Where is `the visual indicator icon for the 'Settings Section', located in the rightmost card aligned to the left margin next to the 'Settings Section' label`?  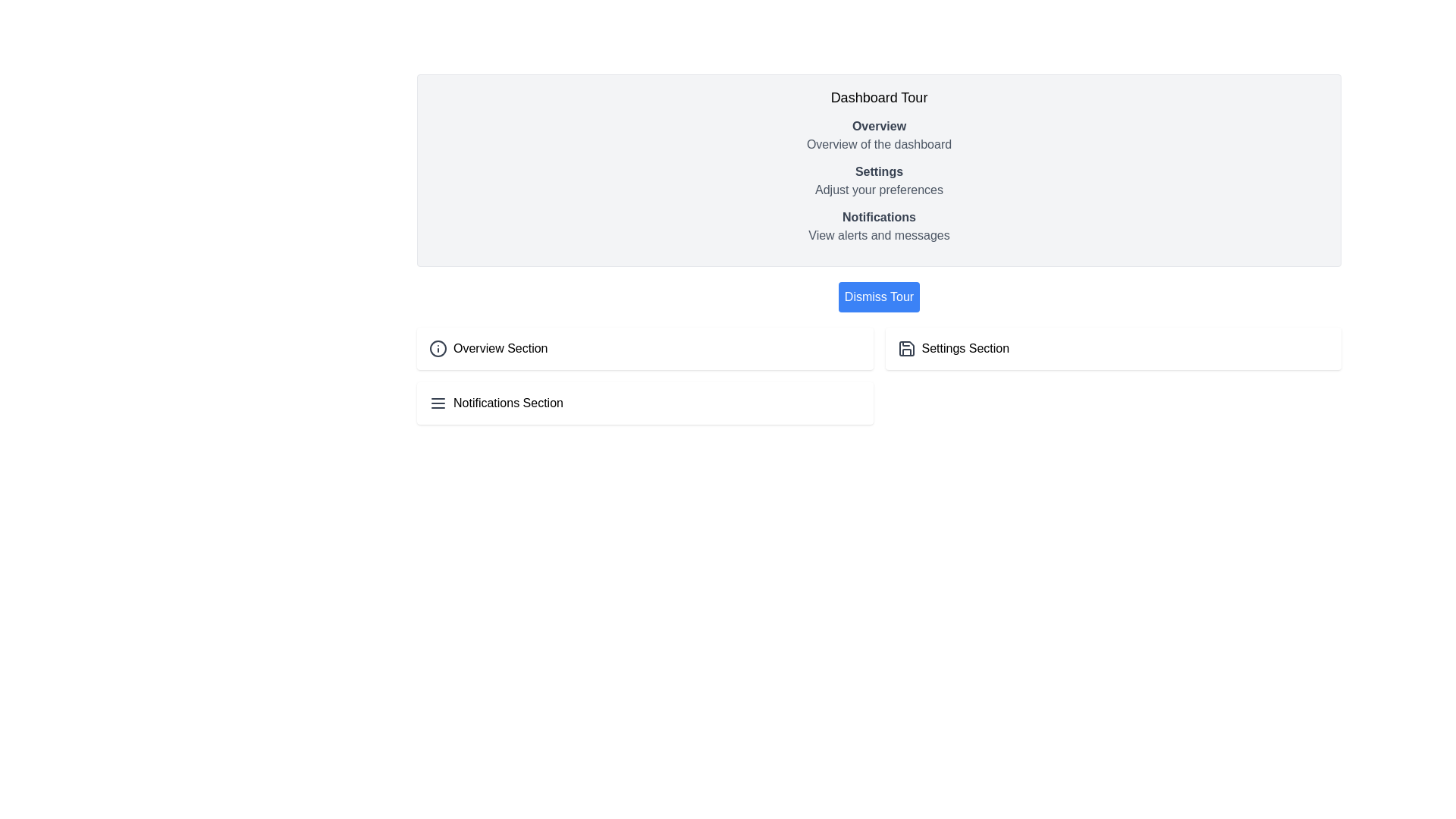 the visual indicator icon for the 'Settings Section', located in the rightmost card aligned to the left margin next to the 'Settings Section' label is located at coordinates (906, 348).